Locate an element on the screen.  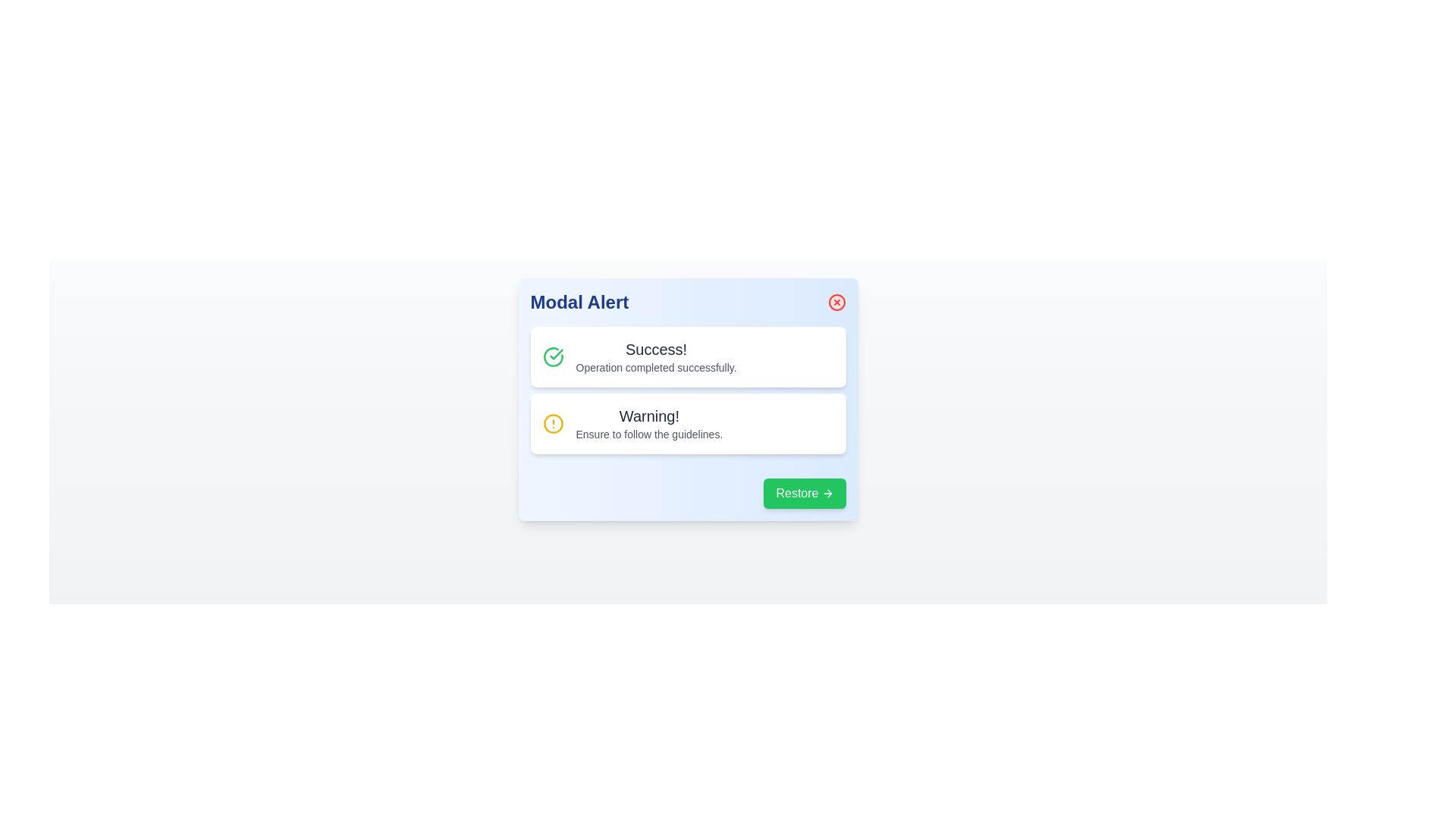
the static text label that conveys a success message, which is located at the top of a two-line text block within a modal dialog, preceding the text 'Operation completed successfully.' is located at coordinates (656, 350).